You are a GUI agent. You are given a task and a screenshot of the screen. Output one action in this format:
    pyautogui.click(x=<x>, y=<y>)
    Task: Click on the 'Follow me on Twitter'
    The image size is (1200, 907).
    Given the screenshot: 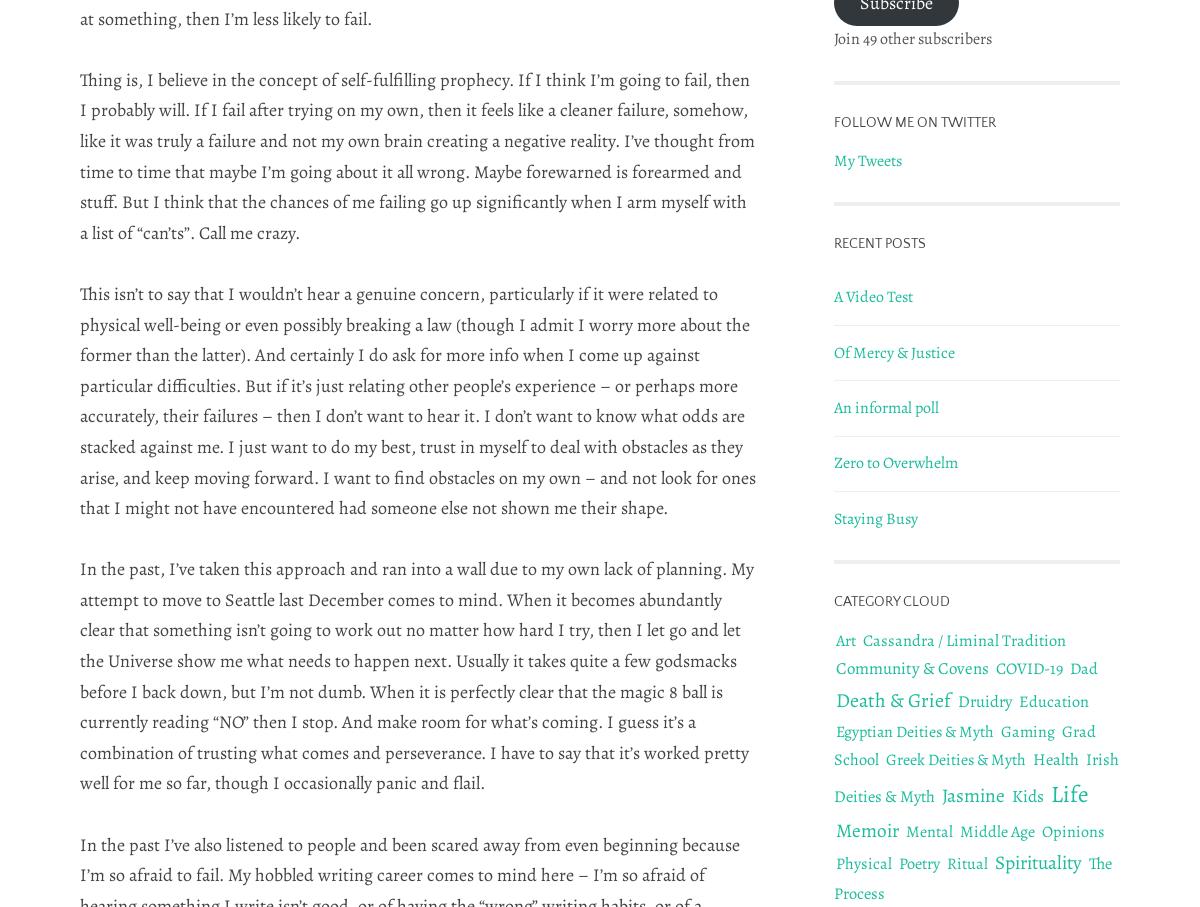 What is the action you would take?
    pyautogui.click(x=915, y=120)
    